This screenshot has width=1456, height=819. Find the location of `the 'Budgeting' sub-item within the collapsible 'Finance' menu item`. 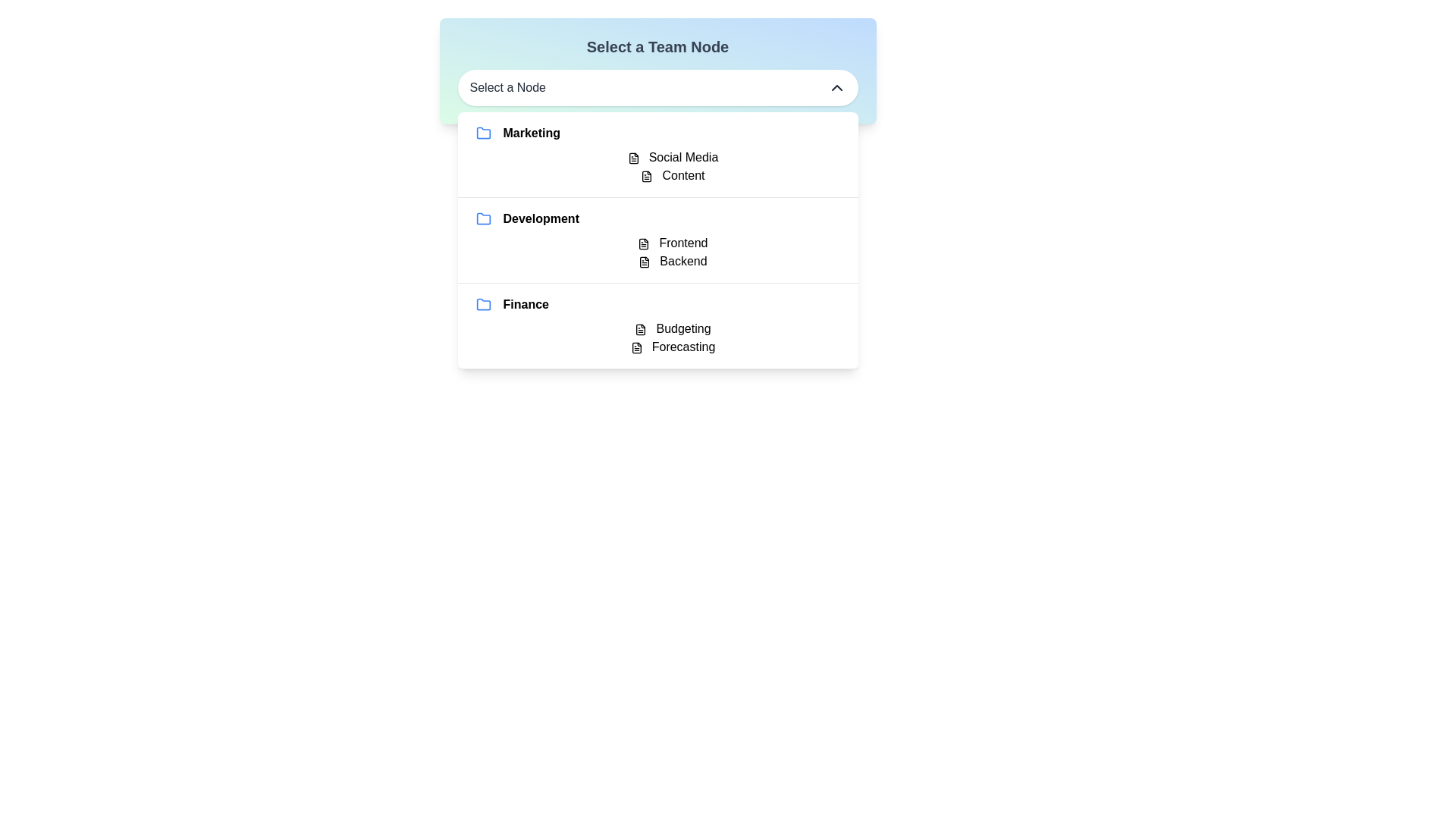

the 'Budgeting' sub-item within the collapsible 'Finance' menu item is located at coordinates (657, 325).